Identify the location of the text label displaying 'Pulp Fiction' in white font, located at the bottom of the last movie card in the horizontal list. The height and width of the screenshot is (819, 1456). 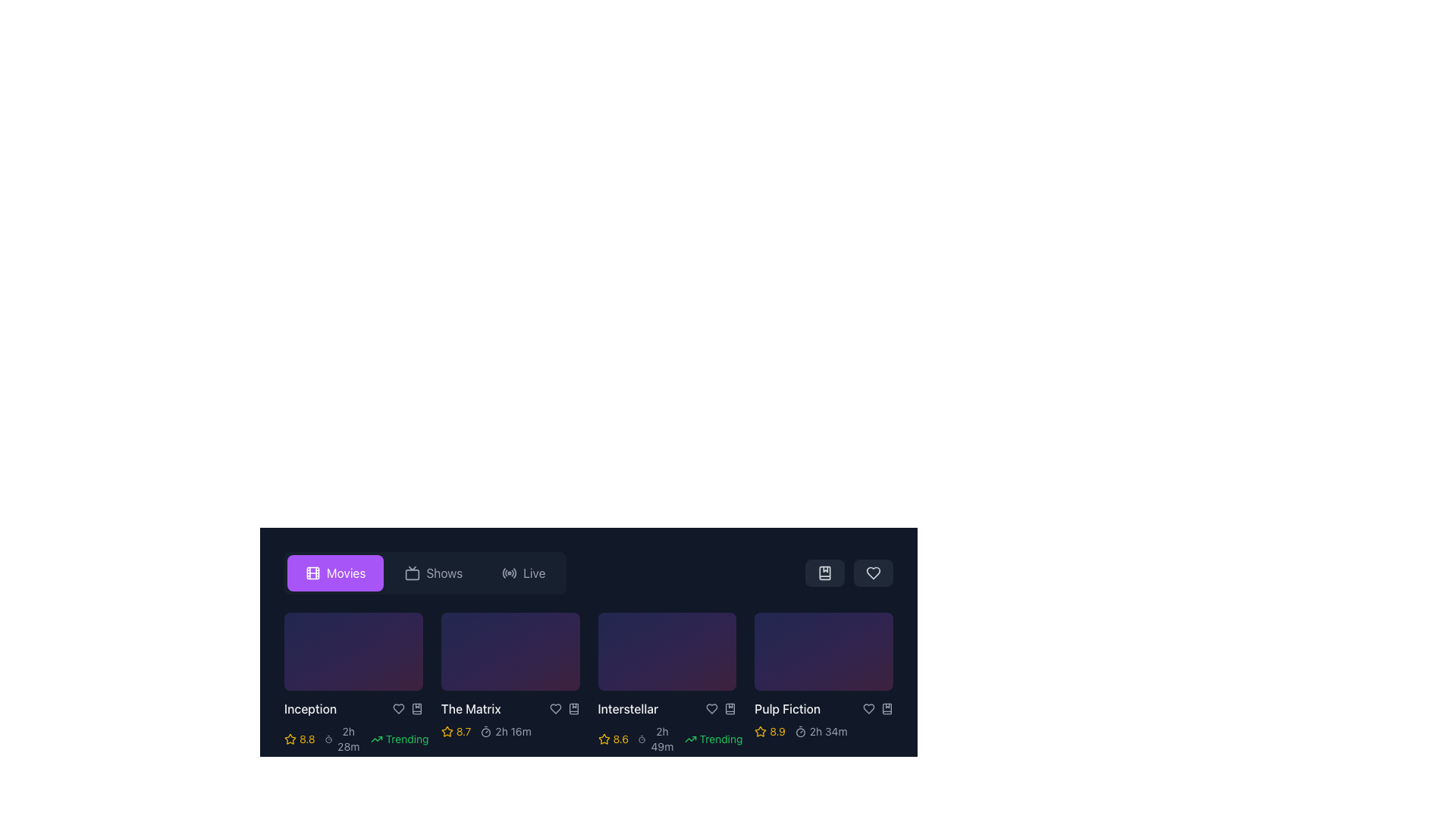
(787, 708).